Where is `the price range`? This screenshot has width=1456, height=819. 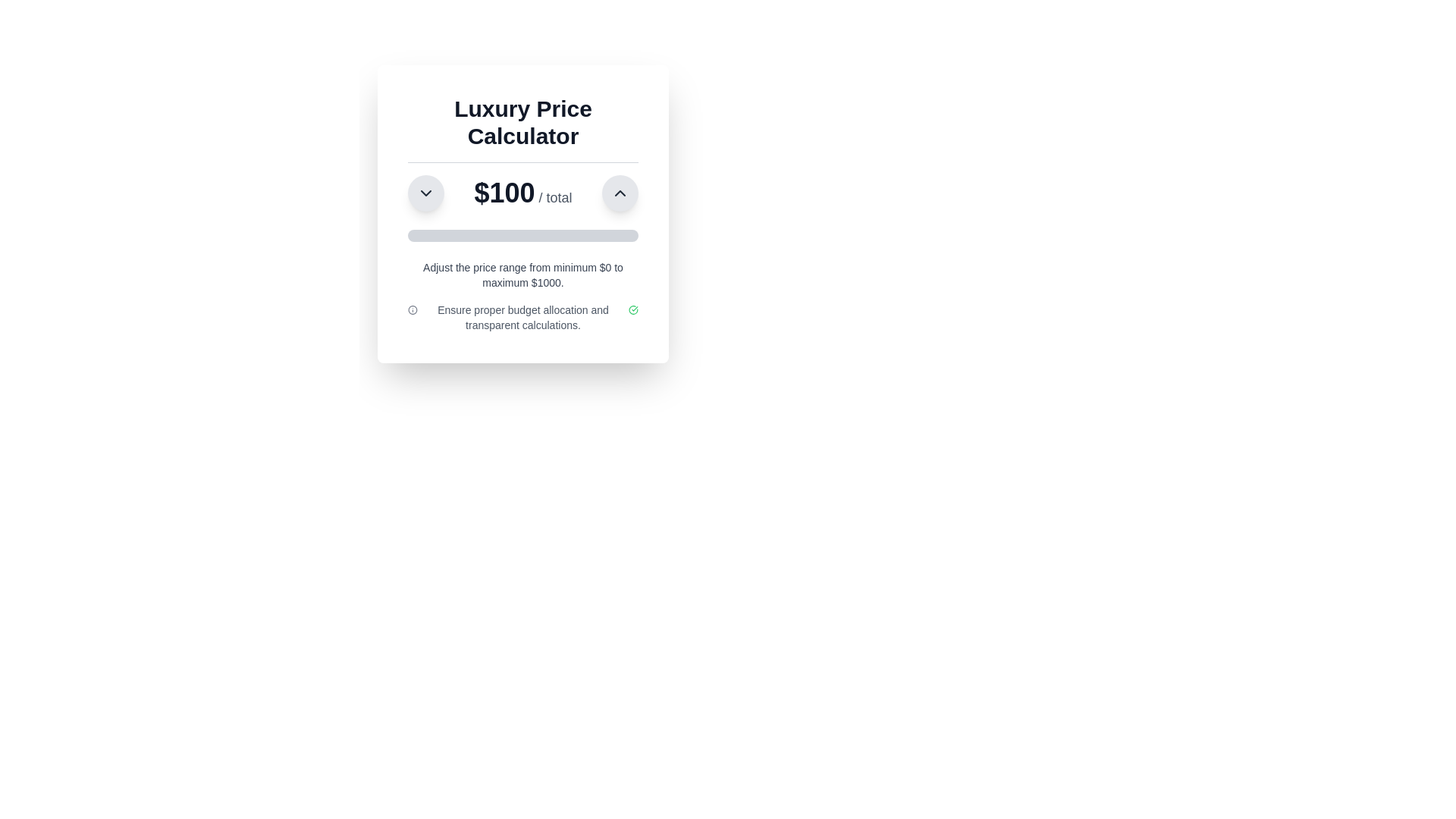 the price range is located at coordinates (445, 236).